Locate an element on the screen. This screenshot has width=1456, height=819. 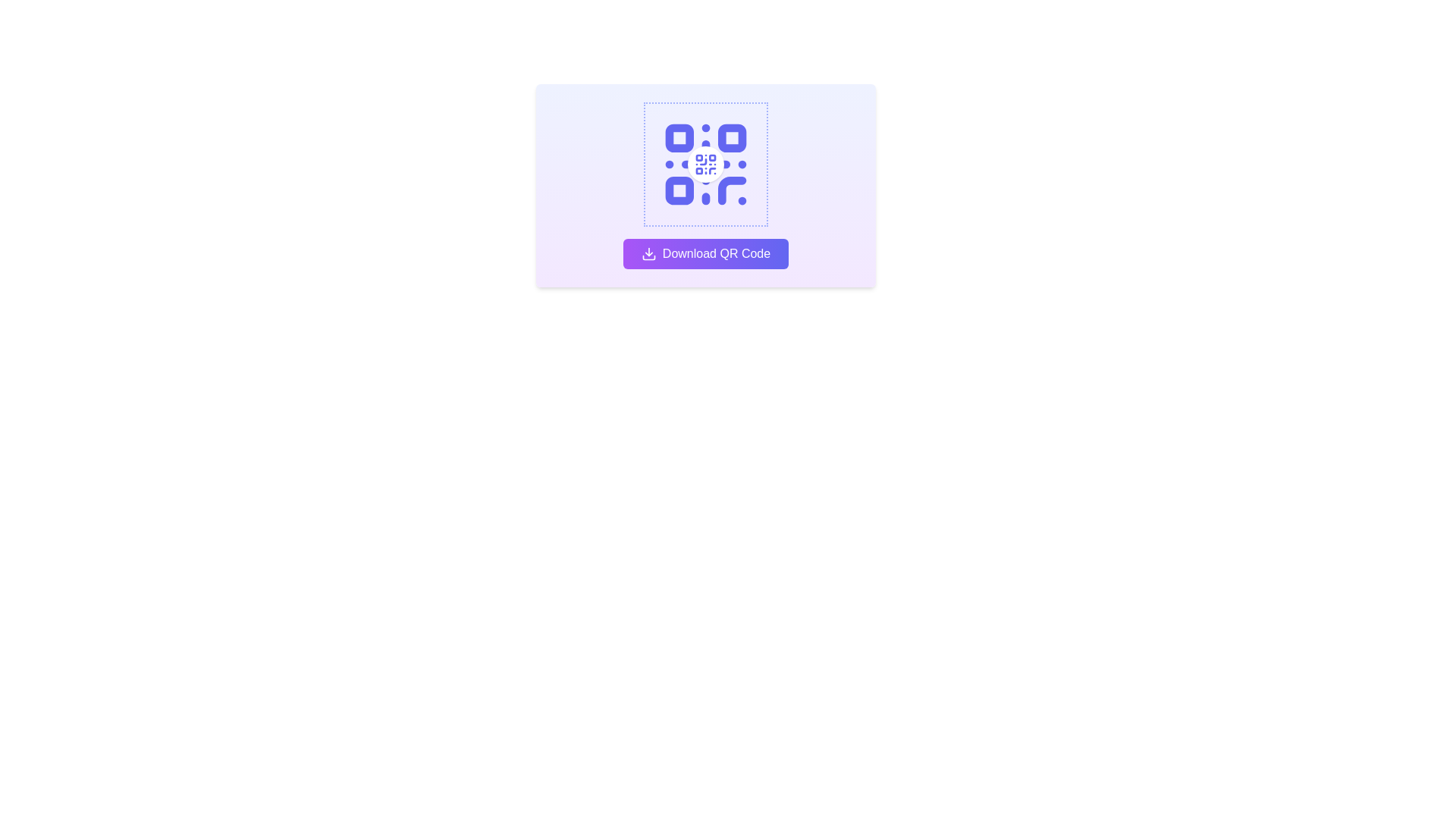
the curved shape is located at coordinates (732, 190).